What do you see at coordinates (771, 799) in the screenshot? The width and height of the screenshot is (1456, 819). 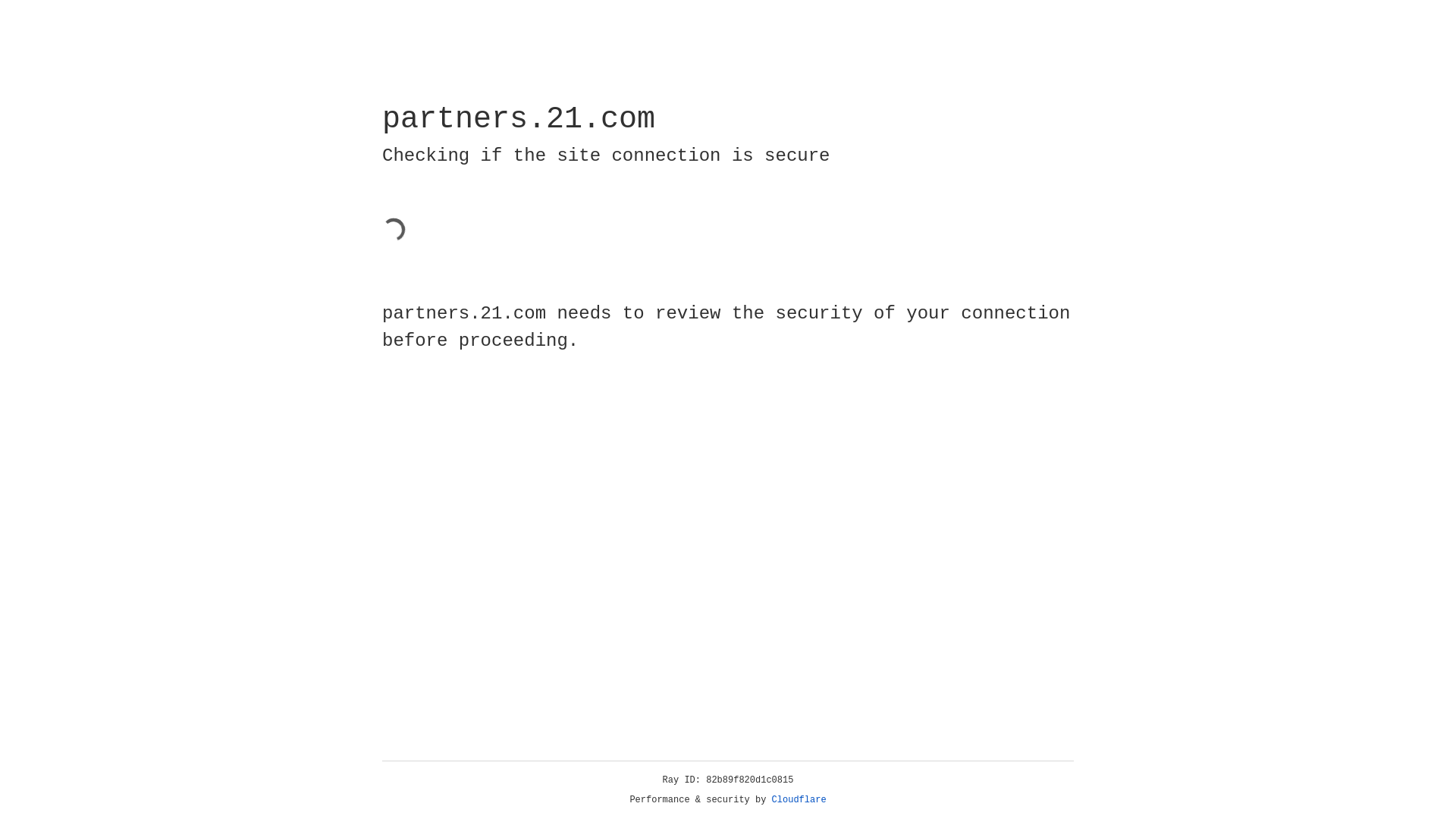 I see `'Cloudflare'` at bounding box center [771, 799].